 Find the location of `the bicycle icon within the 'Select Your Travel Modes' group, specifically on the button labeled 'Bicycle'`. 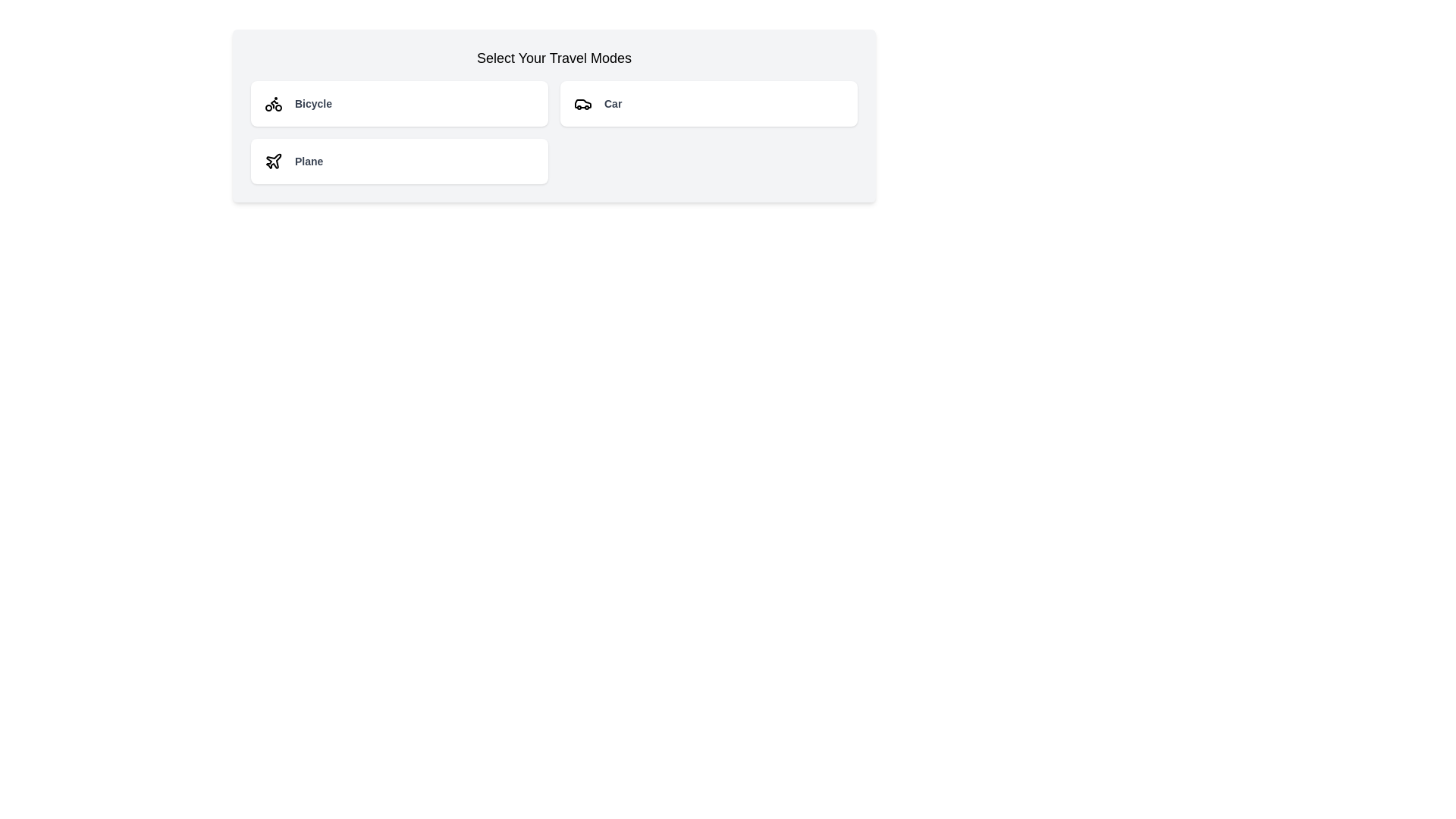

the bicycle icon within the 'Select Your Travel Modes' group, specifically on the button labeled 'Bicycle' is located at coordinates (273, 103).